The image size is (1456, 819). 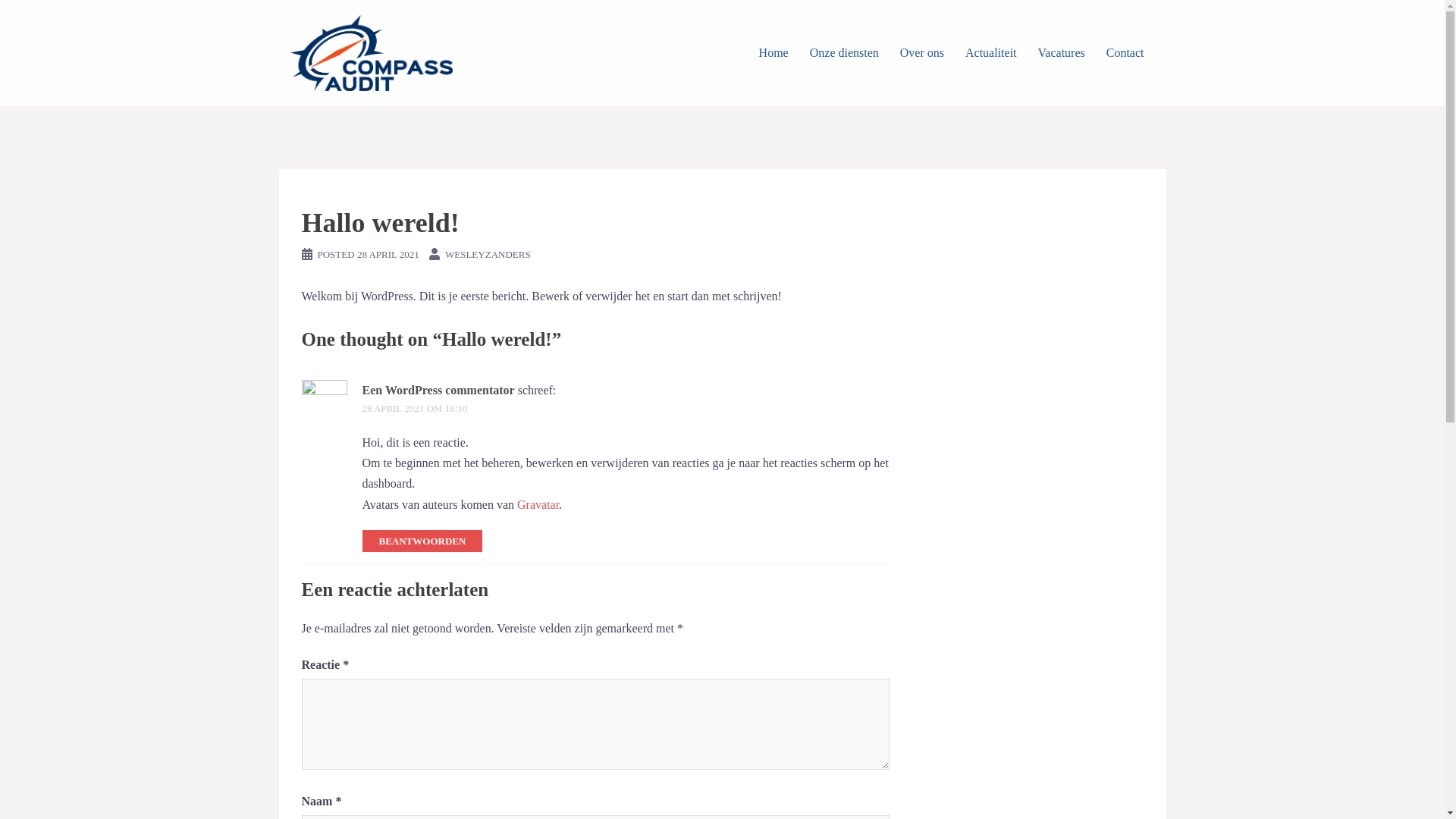 What do you see at coordinates (438, 389) in the screenshot?
I see `'Een WordPress commentator'` at bounding box center [438, 389].